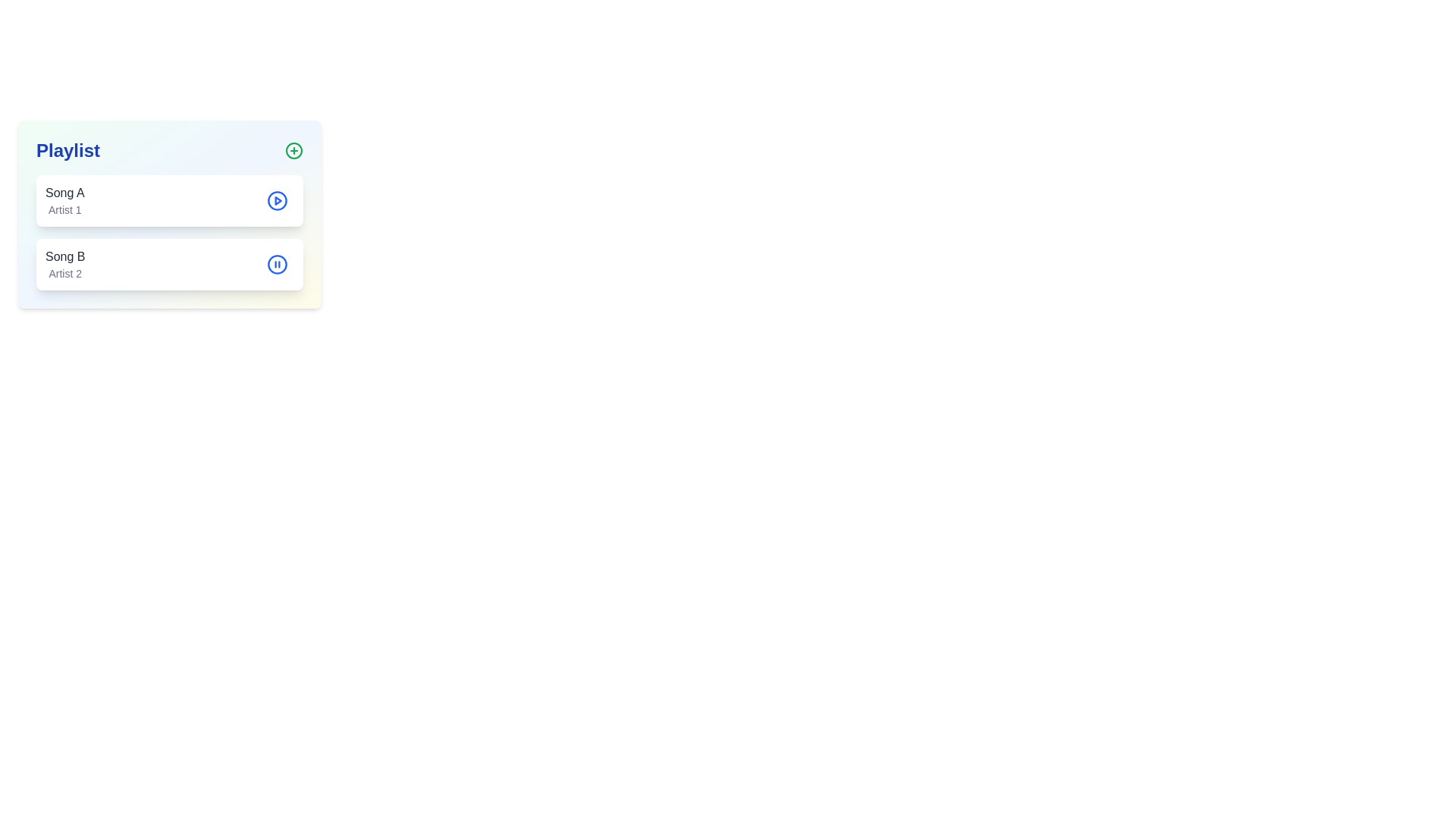  I want to click on the text label indicating the title of the second song in the playlist, which is located above 'Artist 2' and aligned with the song's icon, so click(64, 256).